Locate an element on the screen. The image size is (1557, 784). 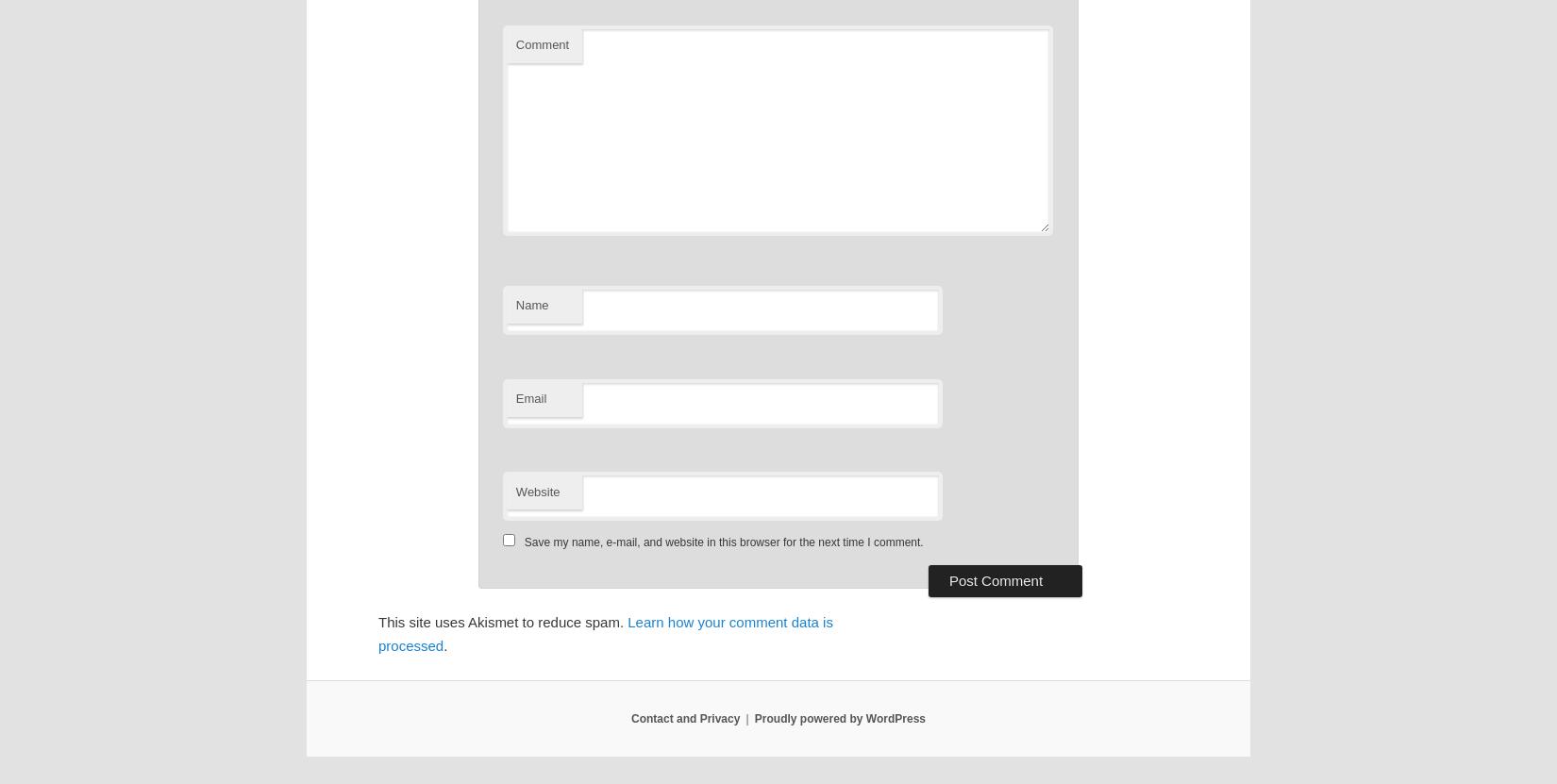
'Save my name, e-mail, and website in this browser for the next time I comment.' is located at coordinates (722, 542).